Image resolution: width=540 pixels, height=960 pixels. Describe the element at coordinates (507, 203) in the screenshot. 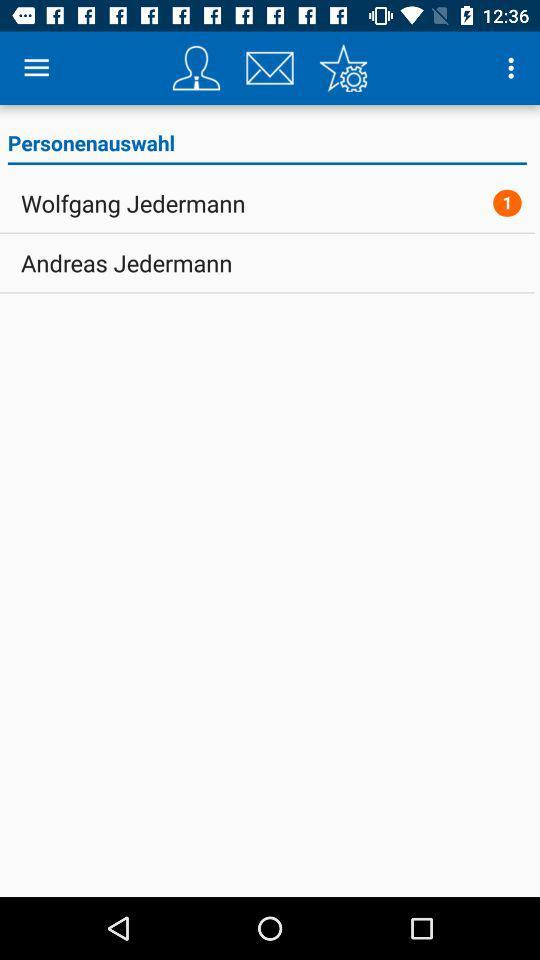

I see `the  1  icon` at that location.